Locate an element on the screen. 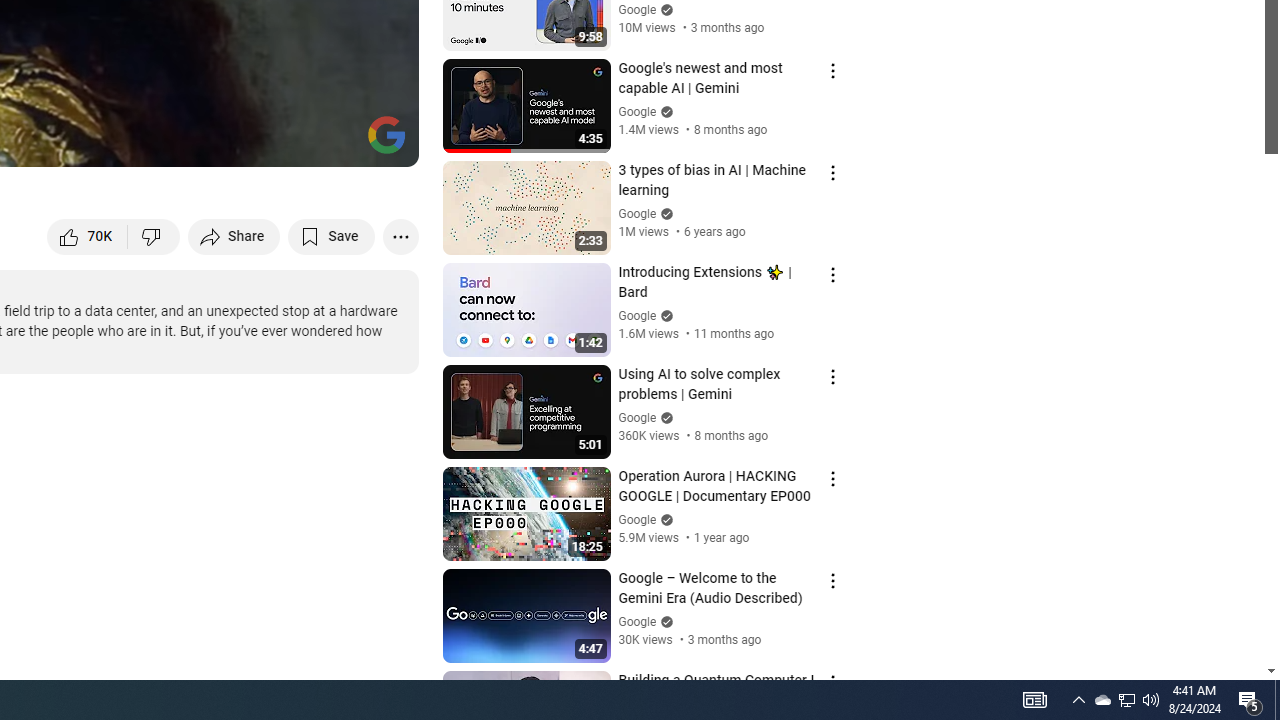 The width and height of the screenshot is (1280, 720). 'Theater mode (t)' is located at coordinates (334, 141).